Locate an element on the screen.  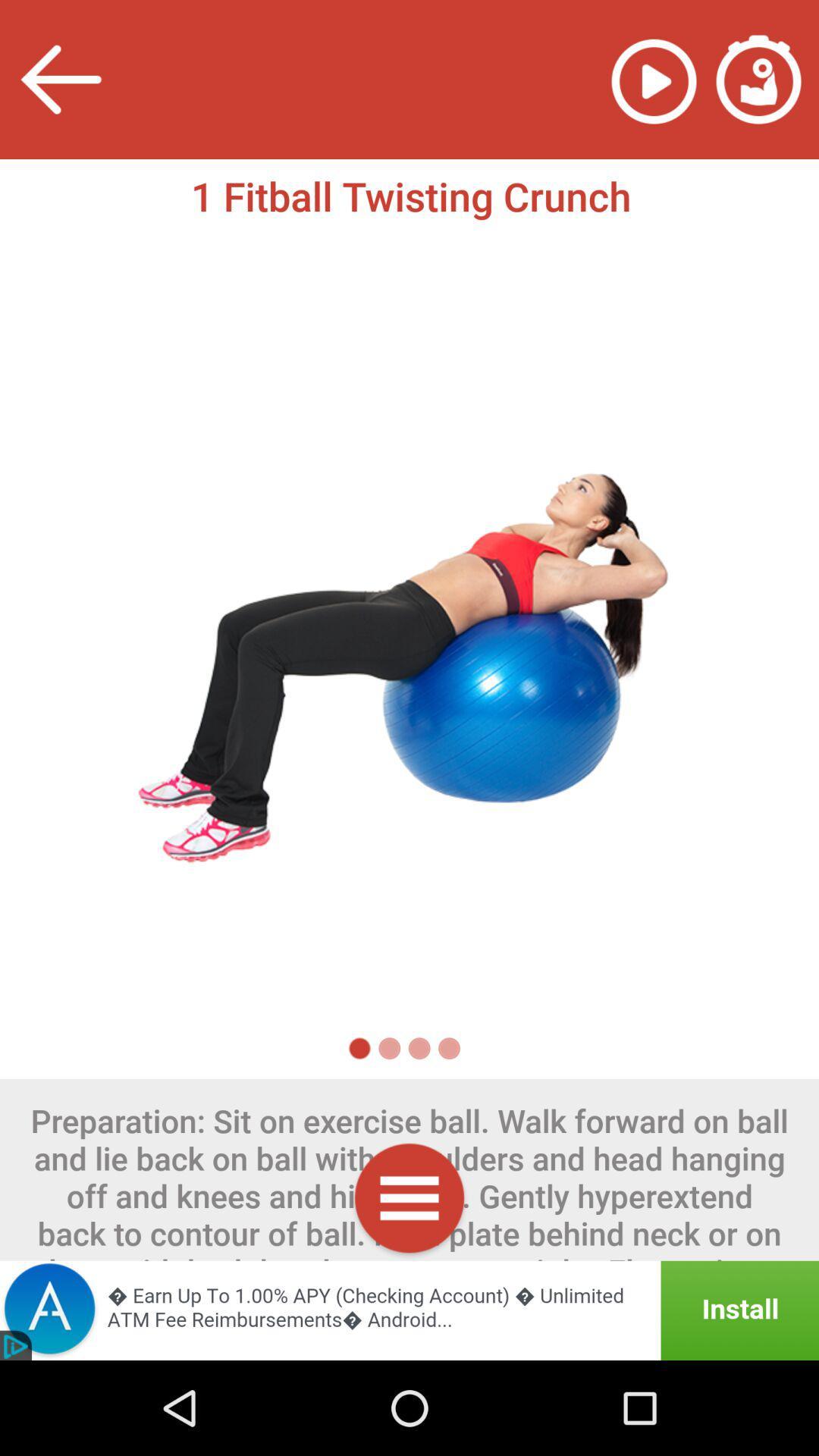
start the video is located at coordinates (653, 79).